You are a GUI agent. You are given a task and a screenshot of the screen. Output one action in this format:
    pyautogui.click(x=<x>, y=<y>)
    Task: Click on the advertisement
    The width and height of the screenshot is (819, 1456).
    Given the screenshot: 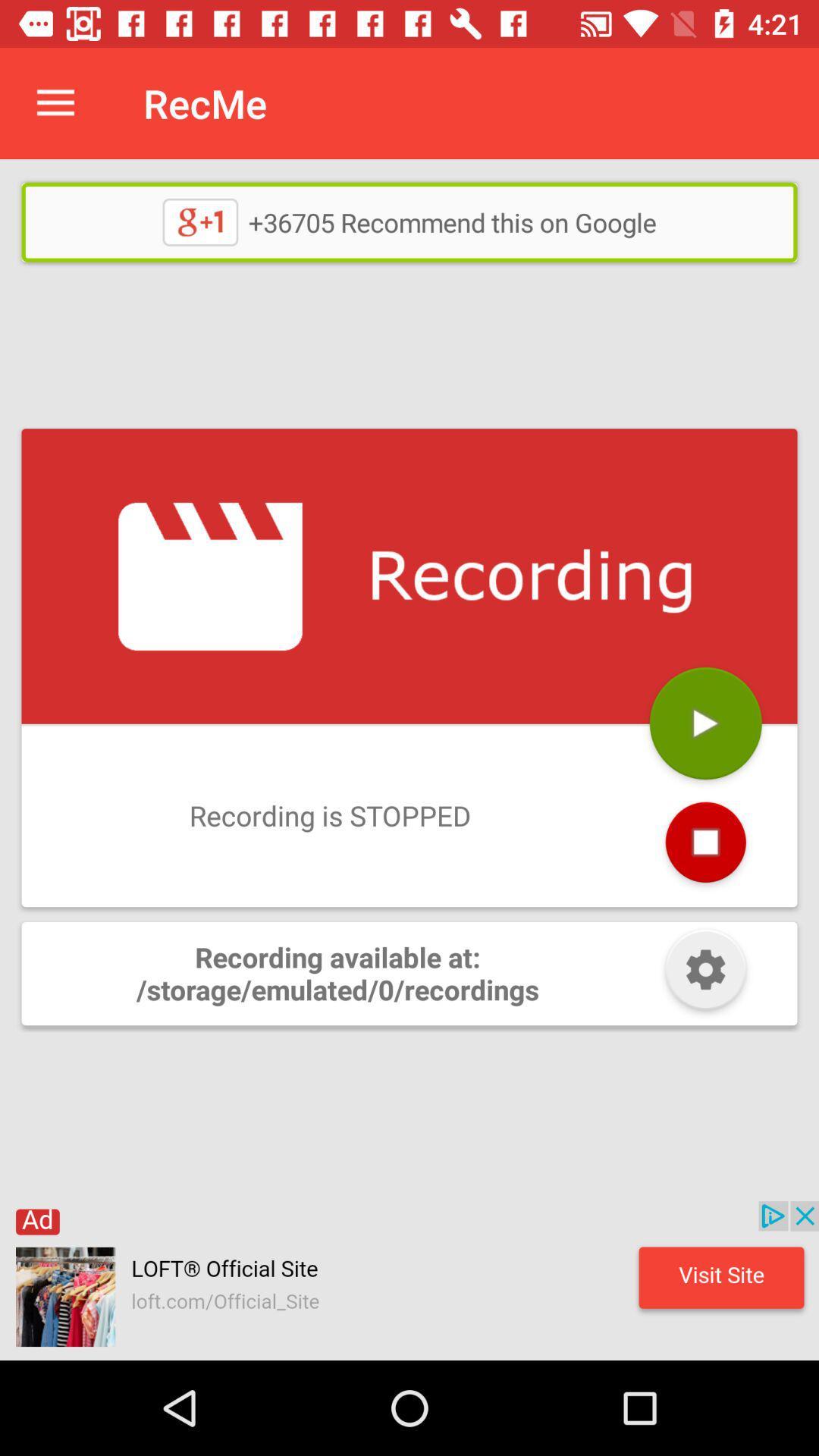 What is the action you would take?
    pyautogui.click(x=409, y=1280)
    